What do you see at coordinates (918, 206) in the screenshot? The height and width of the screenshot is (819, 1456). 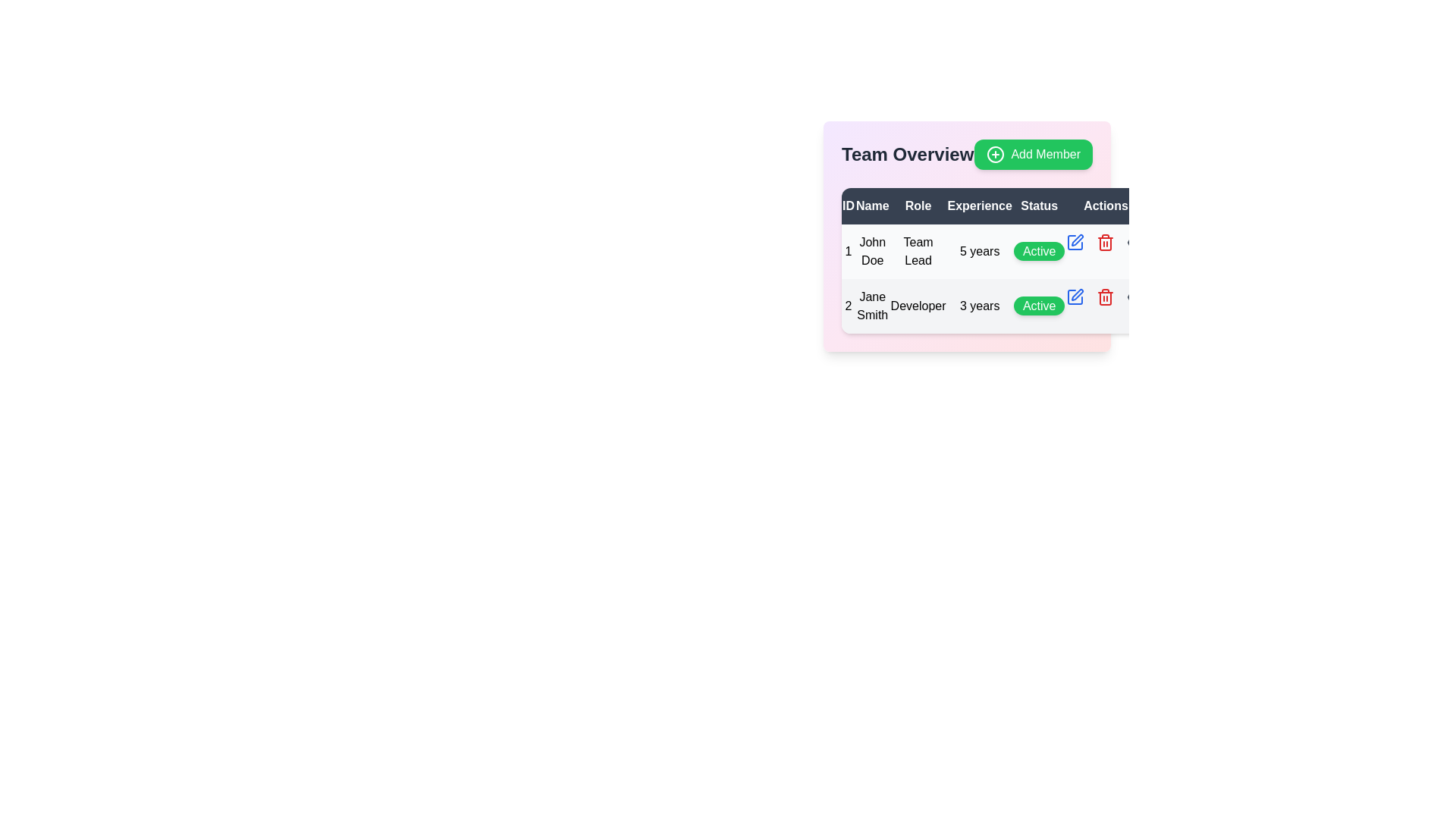 I see `the 'Role' text label in the table header, which is styled with a white font against a dark blue background and is the third header from the left` at bounding box center [918, 206].